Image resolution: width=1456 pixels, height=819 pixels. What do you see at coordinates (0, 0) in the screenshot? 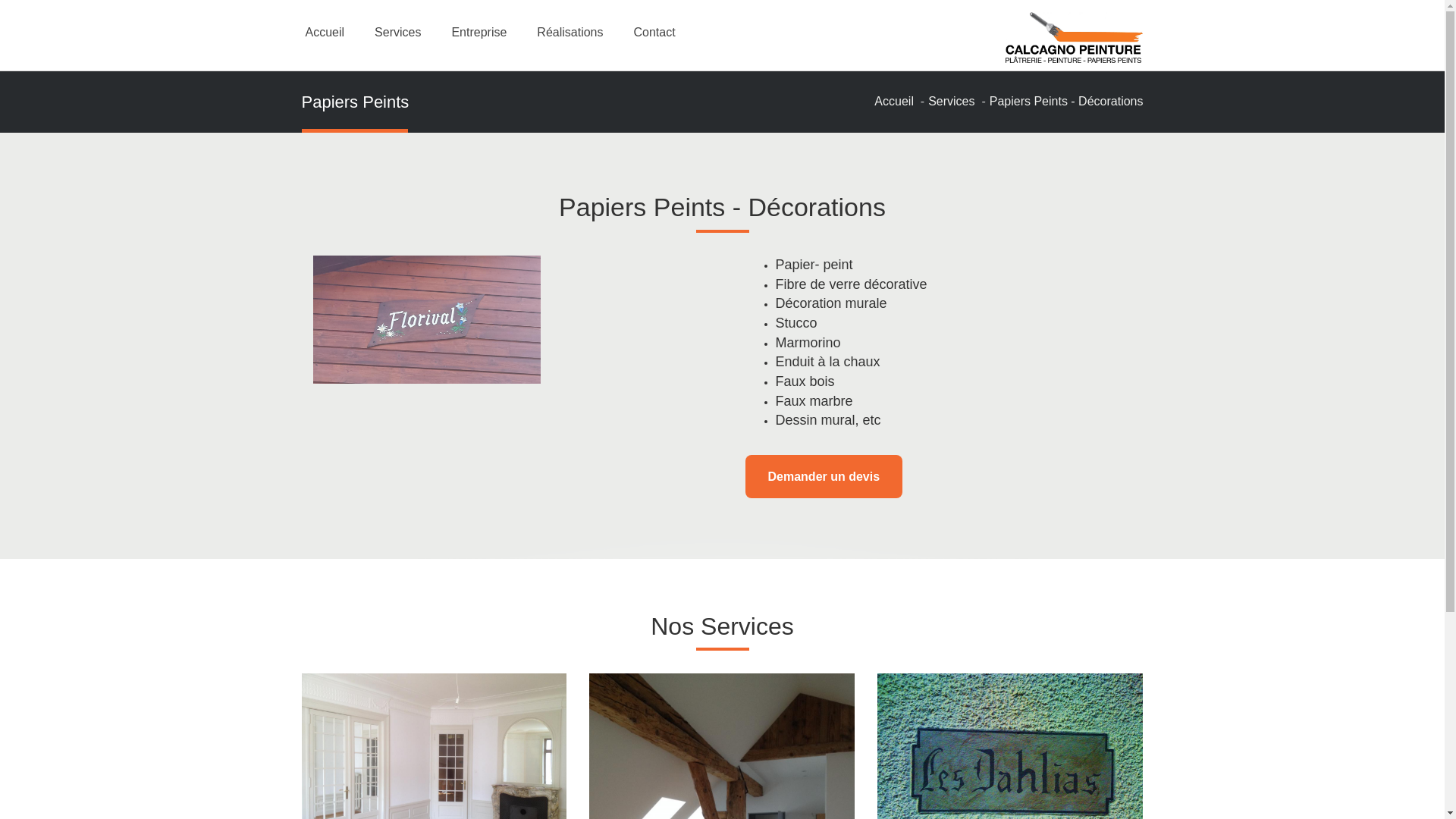
I see `'Aller au contenu principal'` at bounding box center [0, 0].